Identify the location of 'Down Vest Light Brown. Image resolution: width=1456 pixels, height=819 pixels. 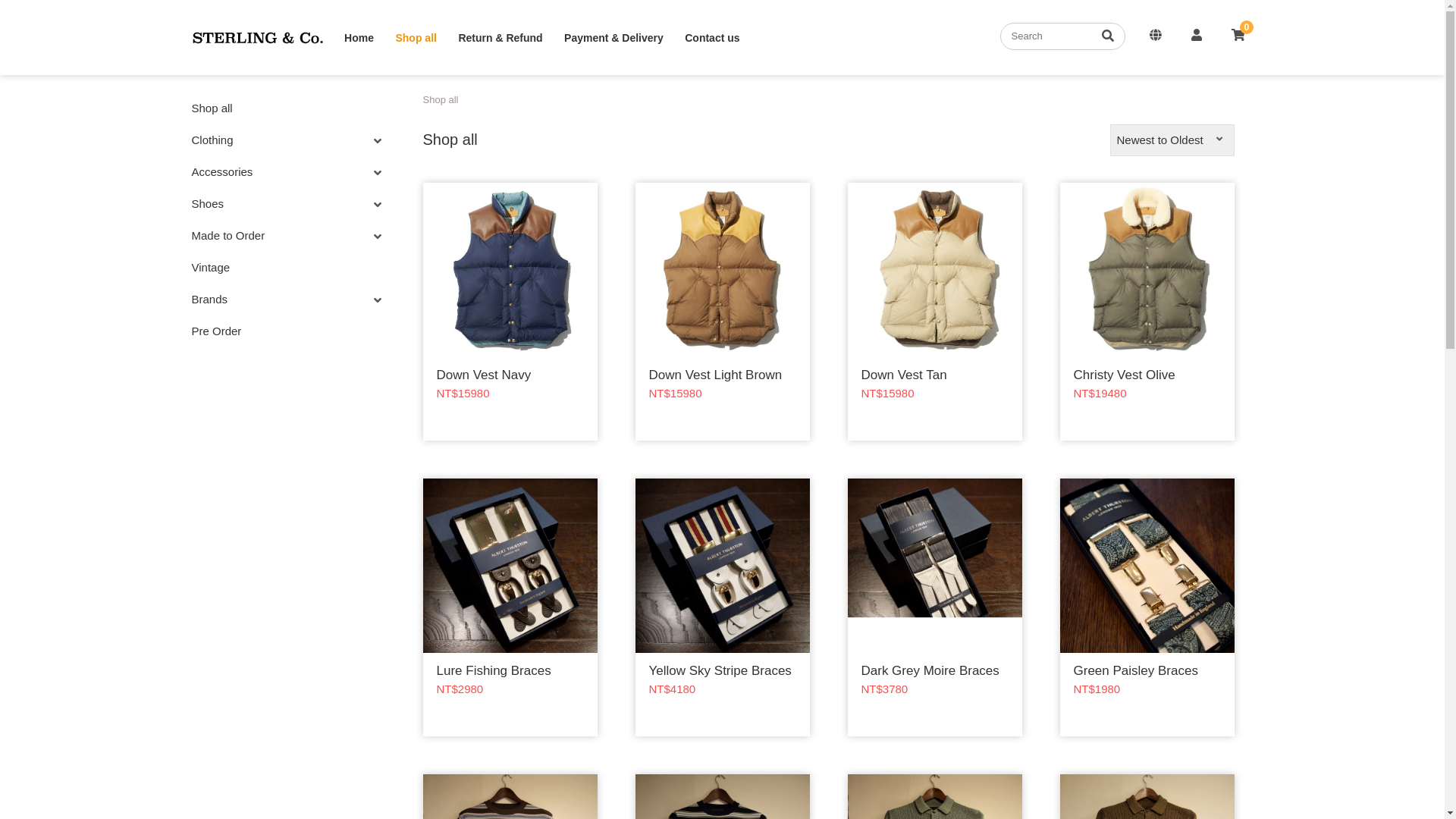
(722, 311).